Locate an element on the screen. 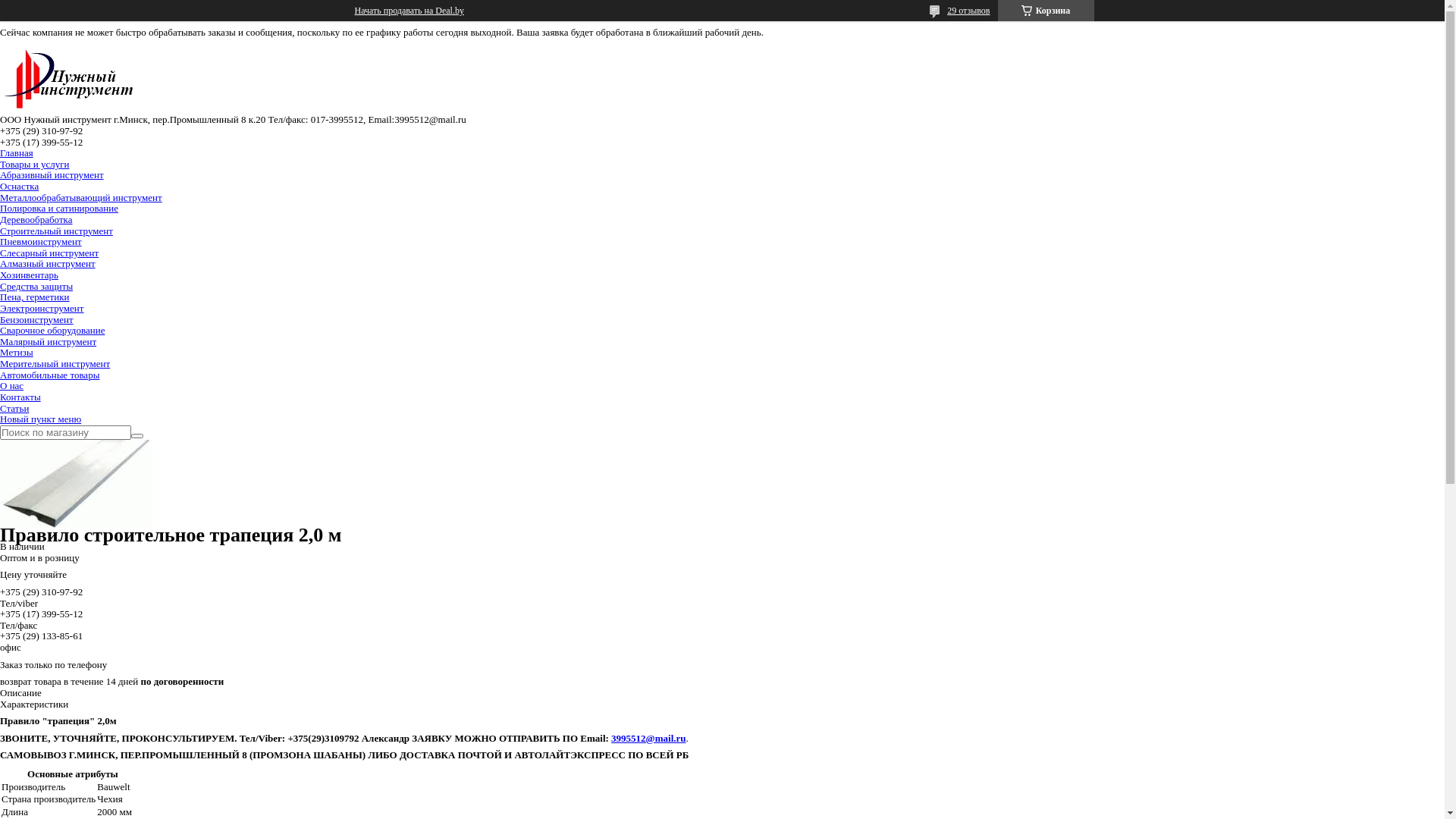  '3995512@mail.ru' is located at coordinates (648, 737).